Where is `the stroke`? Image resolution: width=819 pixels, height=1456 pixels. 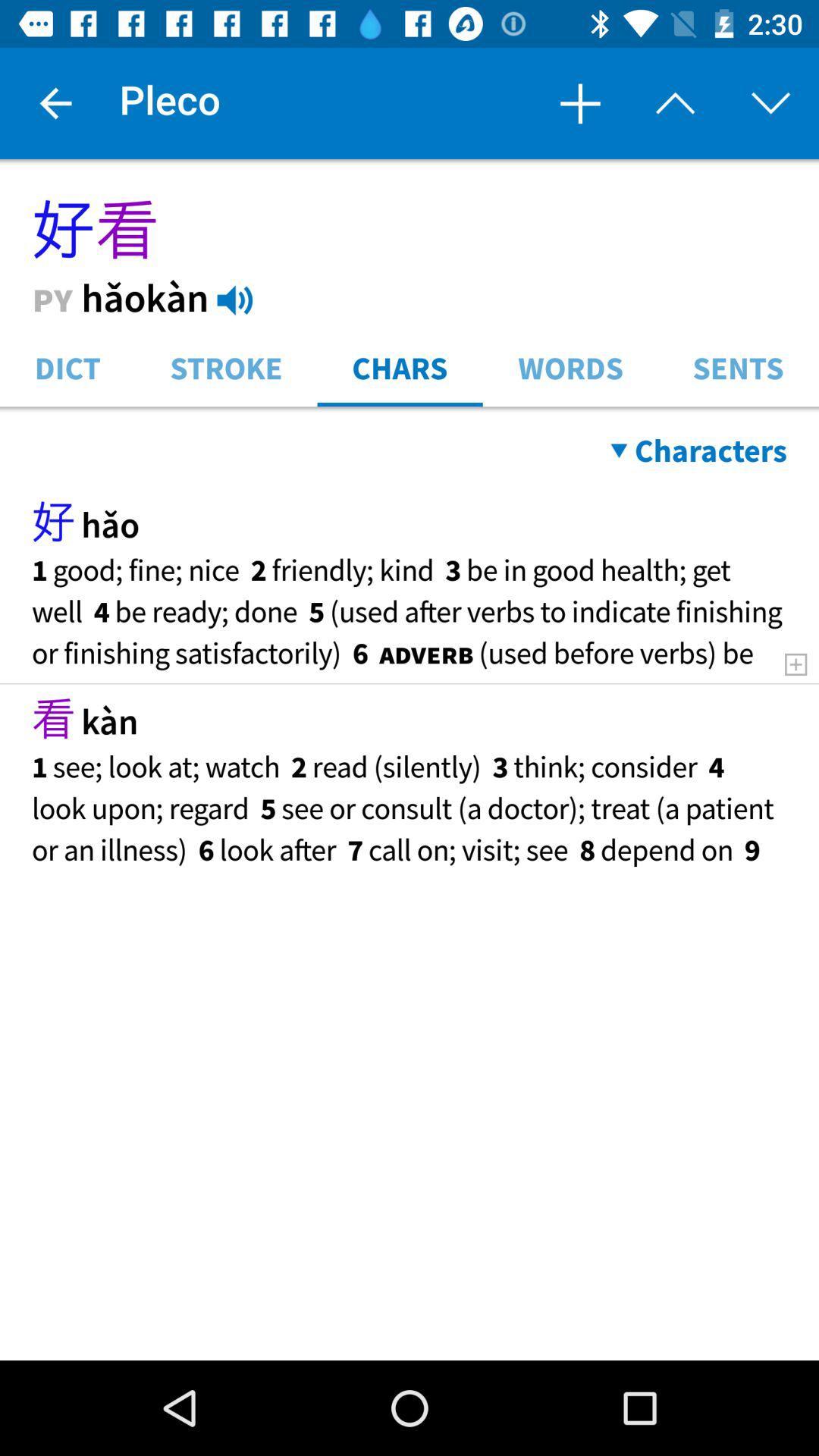 the stroke is located at coordinates (226, 366).